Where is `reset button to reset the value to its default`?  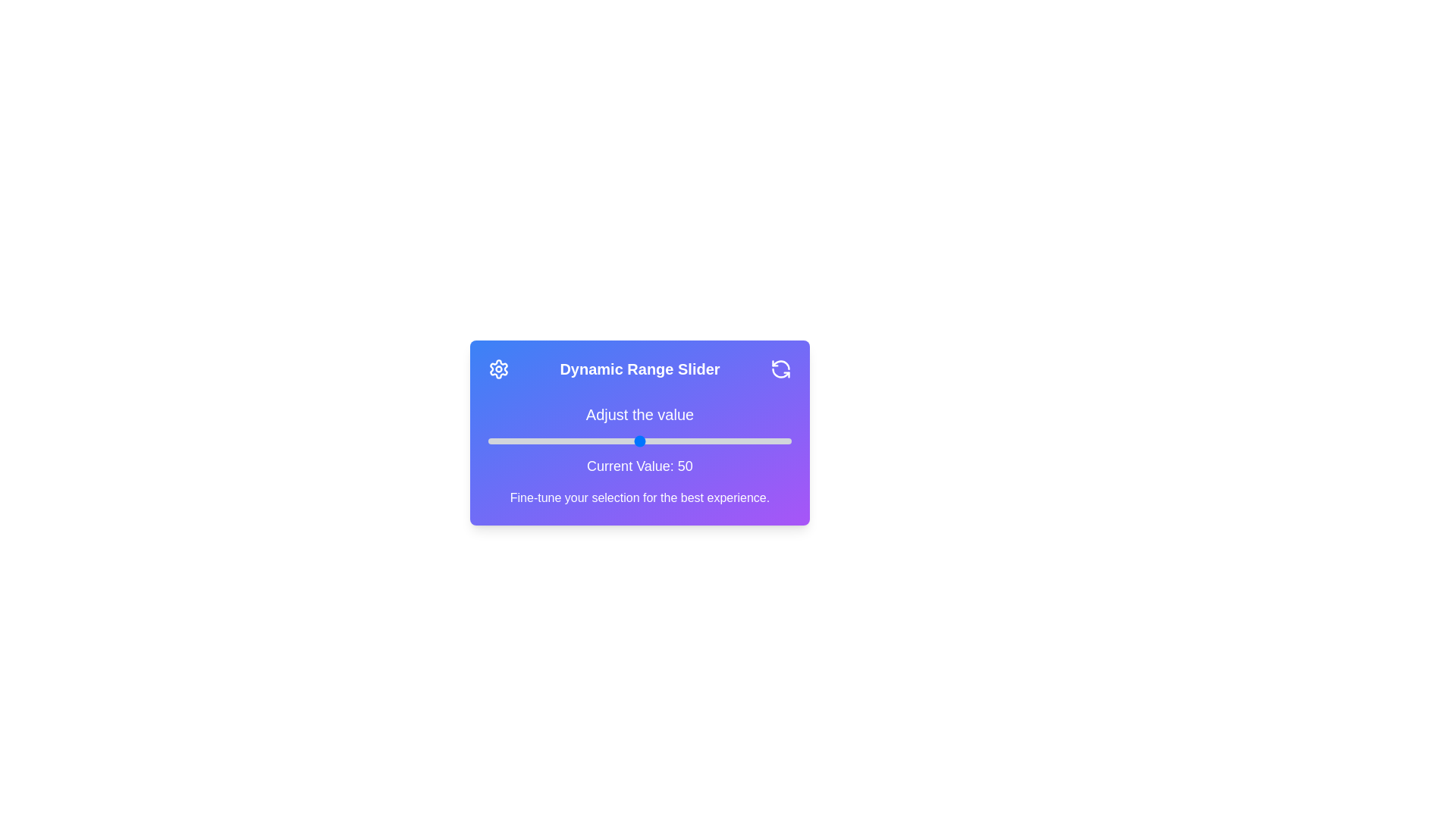
reset button to reset the value to its default is located at coordinates (781, 369).